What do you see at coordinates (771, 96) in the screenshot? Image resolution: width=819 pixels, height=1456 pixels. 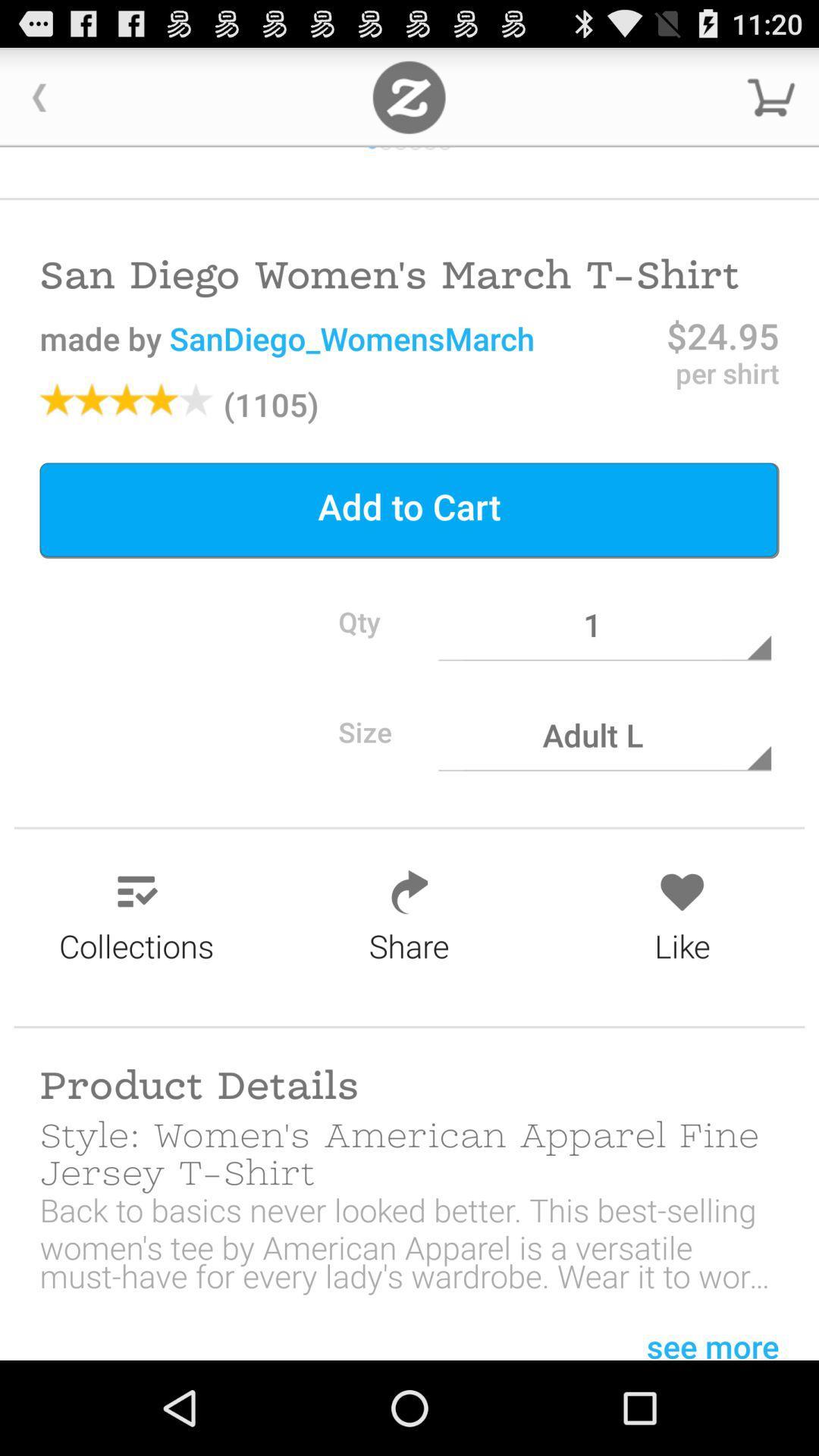 I see `my shopping cart` at bounding box center [771, 96].